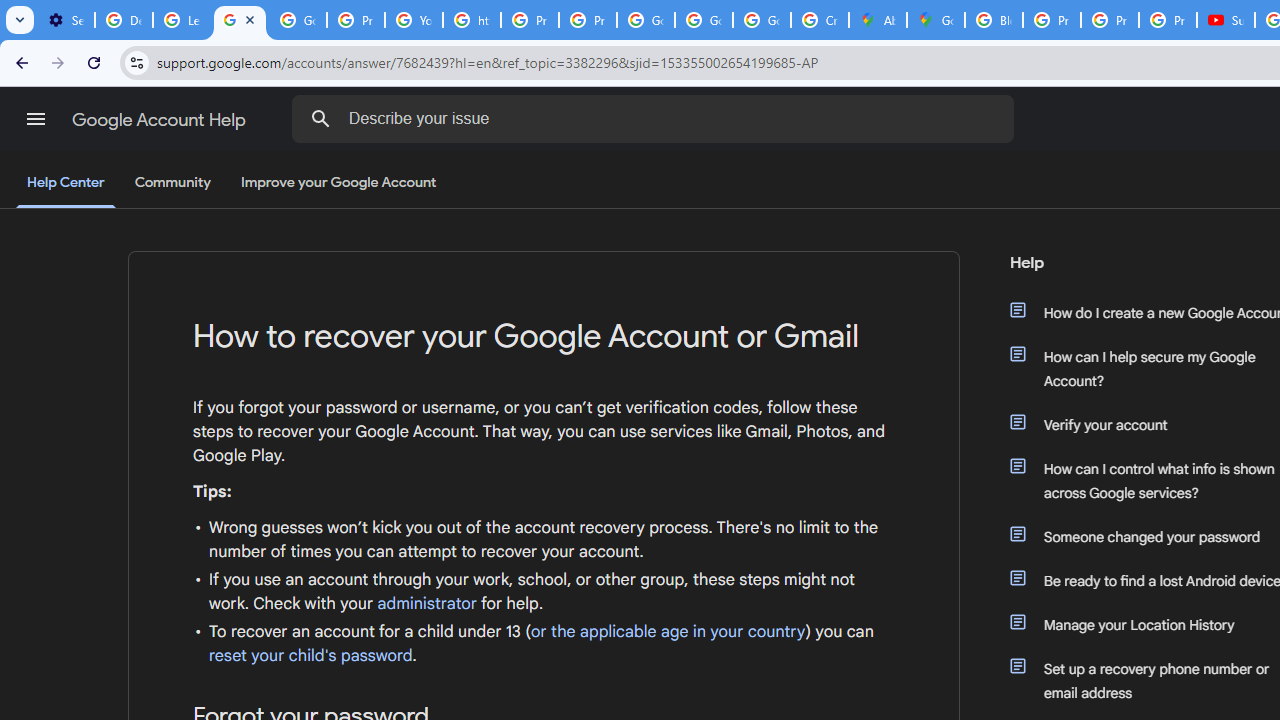 The width and height of the screenshot is (1280, 720). Describe the element at coordinates (993, 20) in the screenshot. I see `'Blogger Policies and Guidelines - Transparency Center'` at that location.